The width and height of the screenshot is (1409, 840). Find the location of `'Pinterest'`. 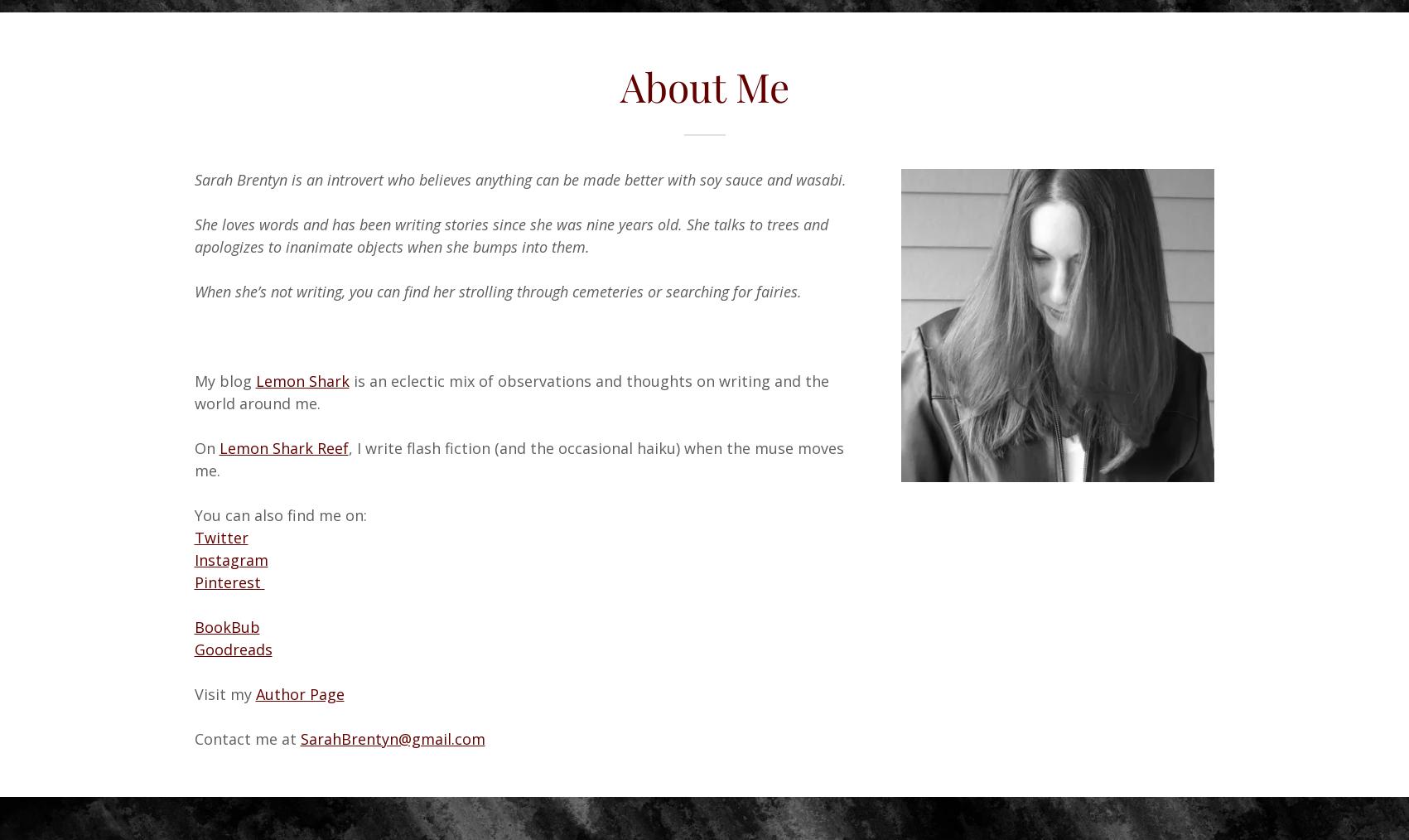

'Pinterest' is located at coordinates (229, 580).